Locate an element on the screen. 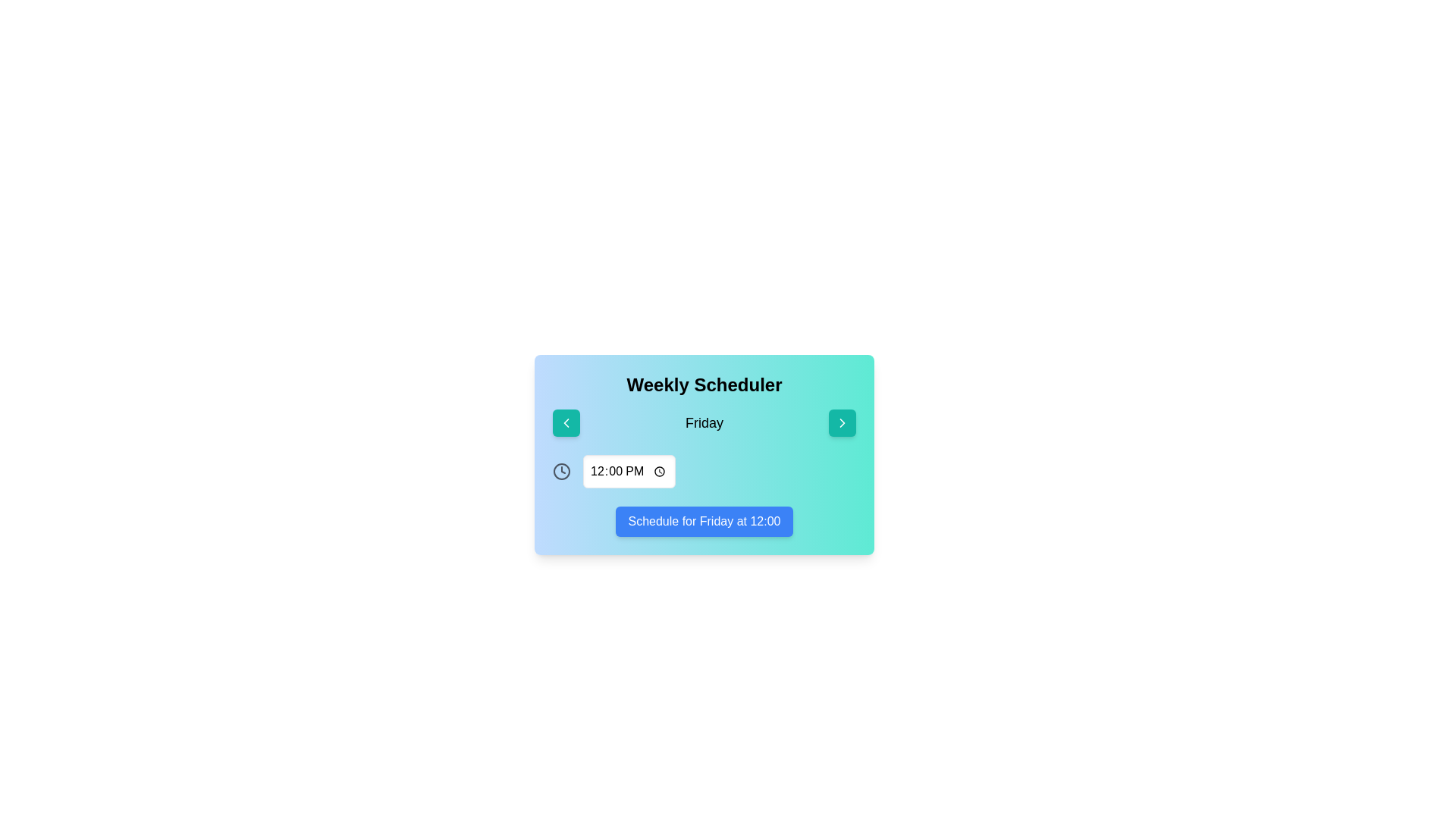 This screenshot has width=1456, height=819. the rounded rectangular button with a blue background and white text reading 'Schedule for Friday at 12:00' to indicate interactivity is located at coordinates (703, 520).